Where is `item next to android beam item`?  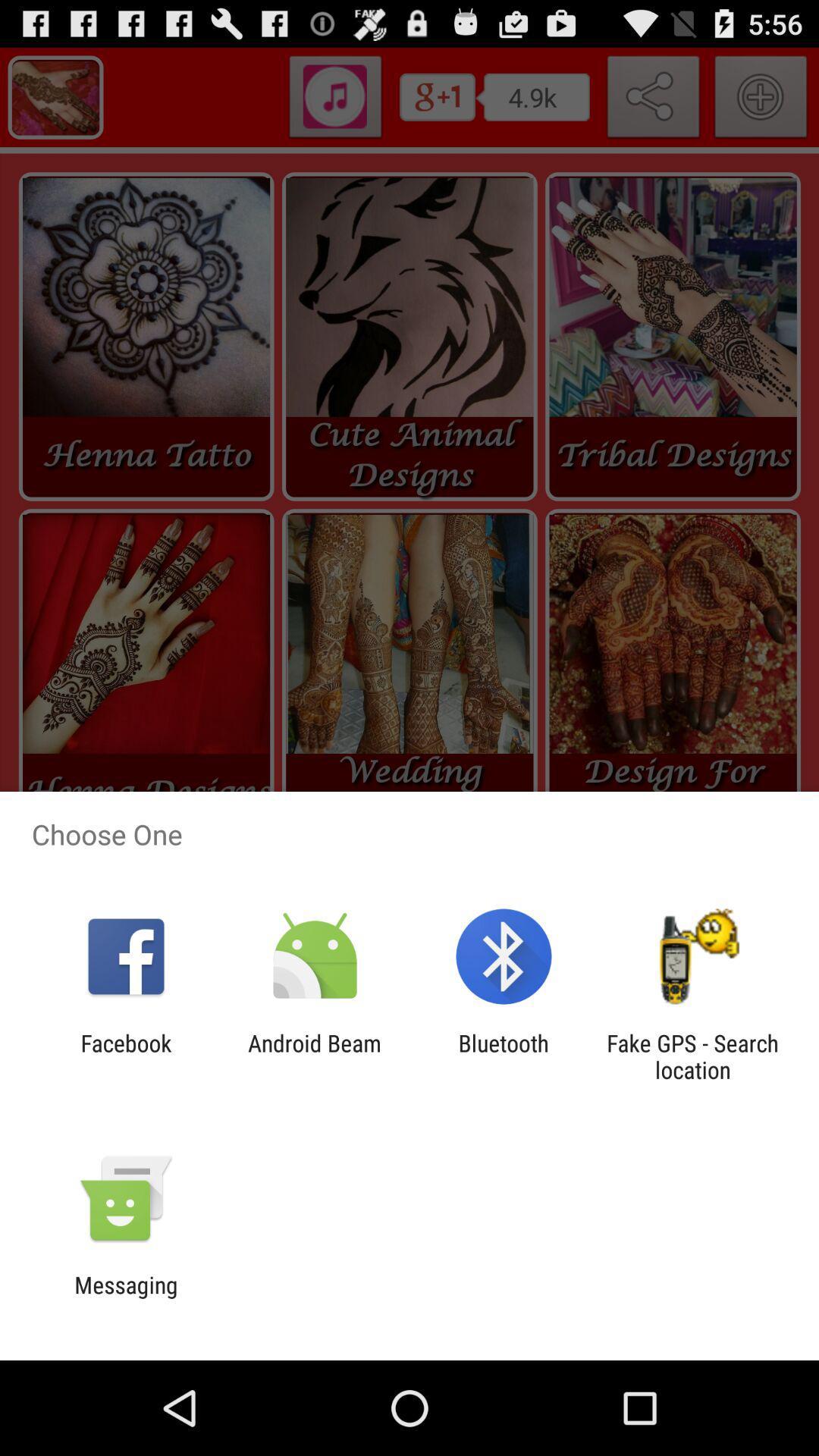 item next to android beam item is located at coordinates (125, 1056).